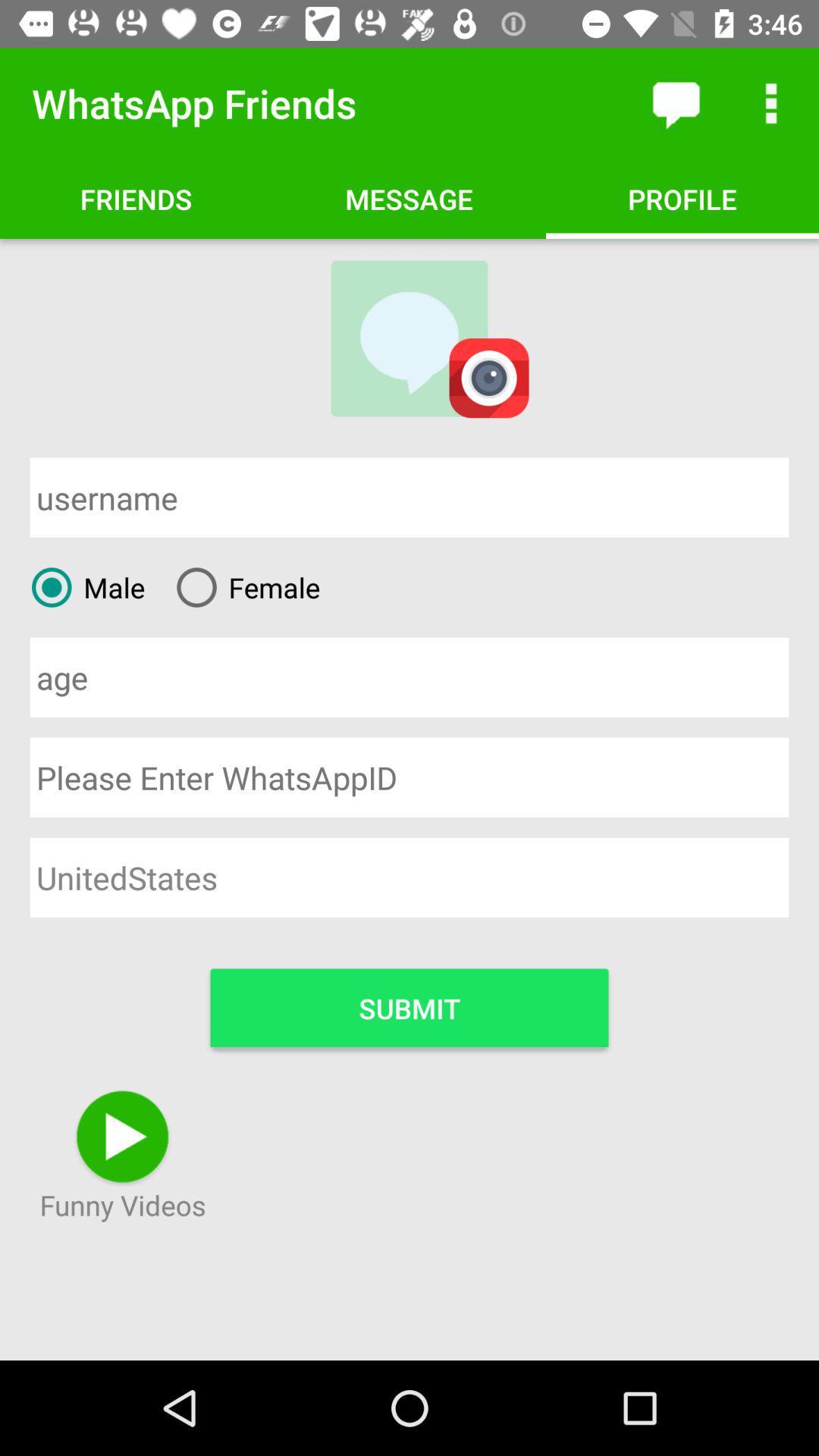 Image resolution: width=819 pixels, height=1456 pixels. I want to click on the female, so click(241, 586).